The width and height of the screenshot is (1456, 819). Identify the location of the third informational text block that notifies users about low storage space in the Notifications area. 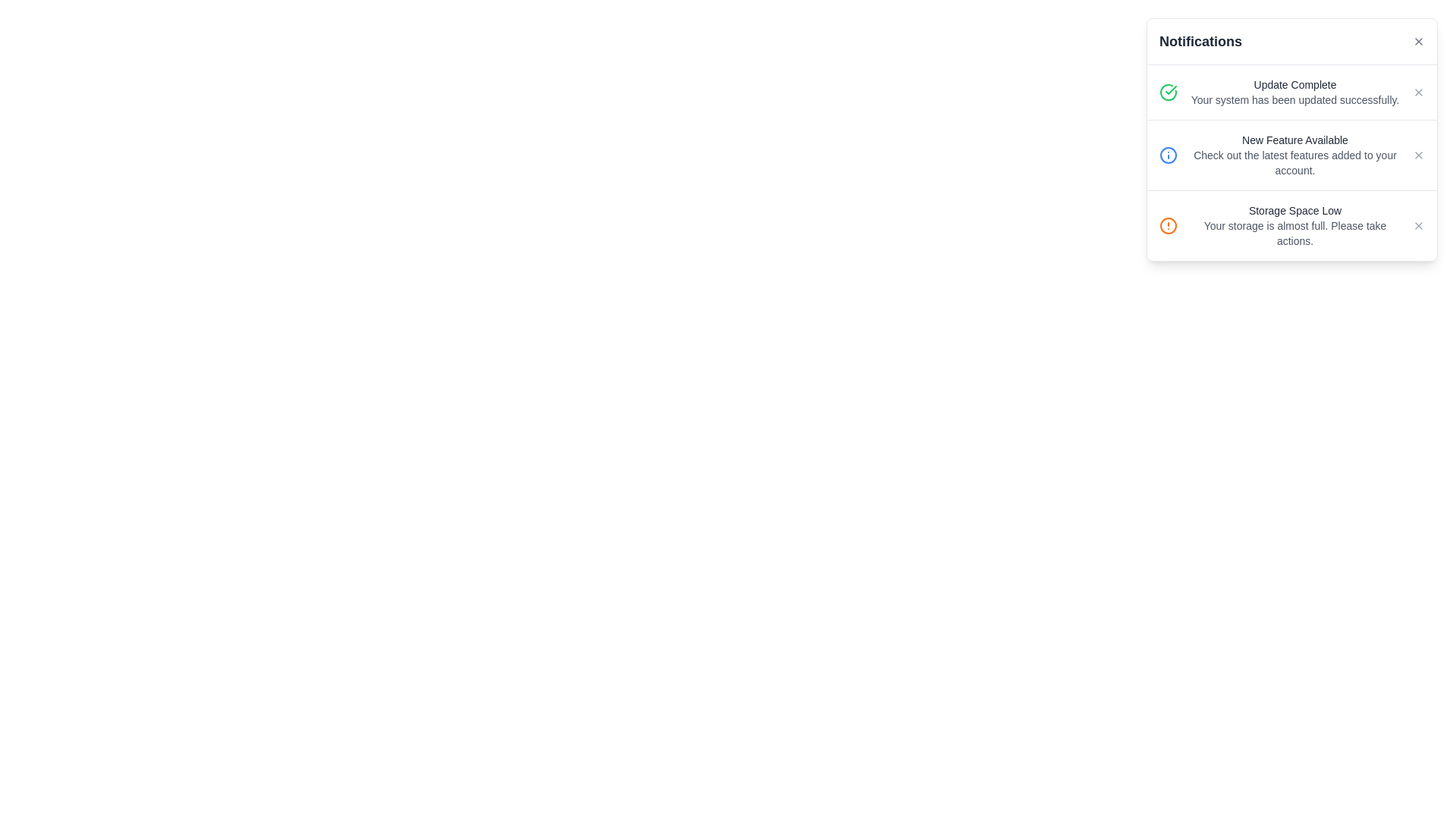
(1294, 225).